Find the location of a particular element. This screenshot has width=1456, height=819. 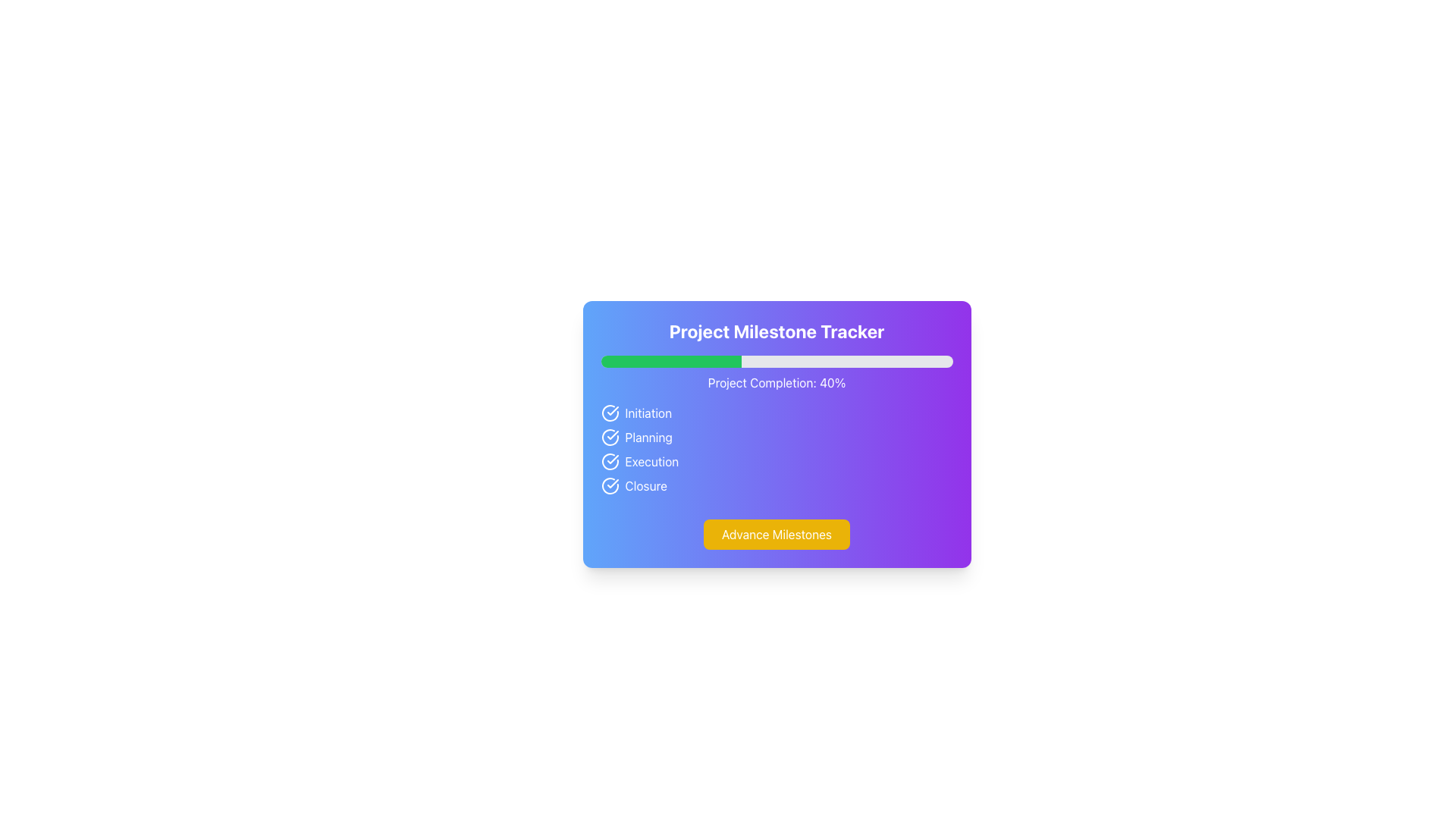

the decorative indicator icon representing the completion status of the milestone labeled 'Planning', which is the second position in the milestone list within the 'Project Milestone Tracker' interface is located at coordinates (610, 438).